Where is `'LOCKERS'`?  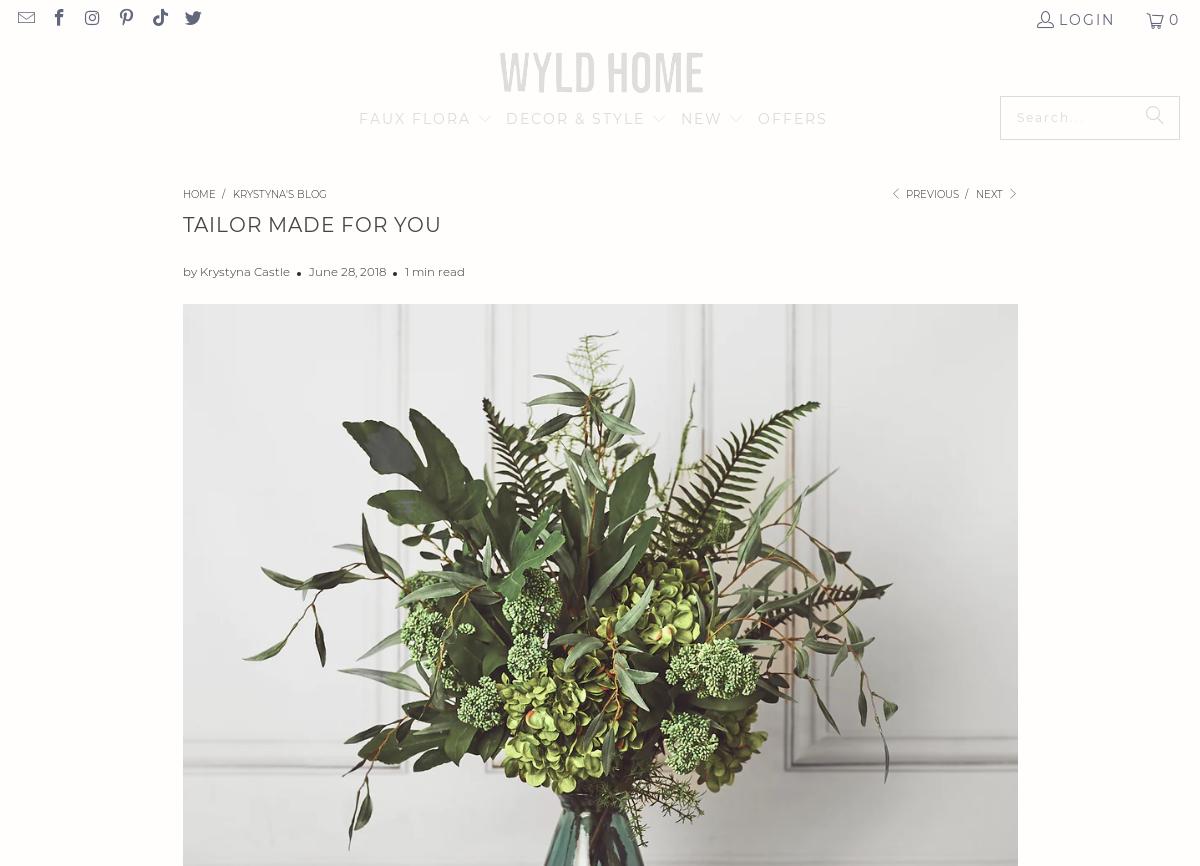
'LOCKERS' is located at coordinates (566, 491).